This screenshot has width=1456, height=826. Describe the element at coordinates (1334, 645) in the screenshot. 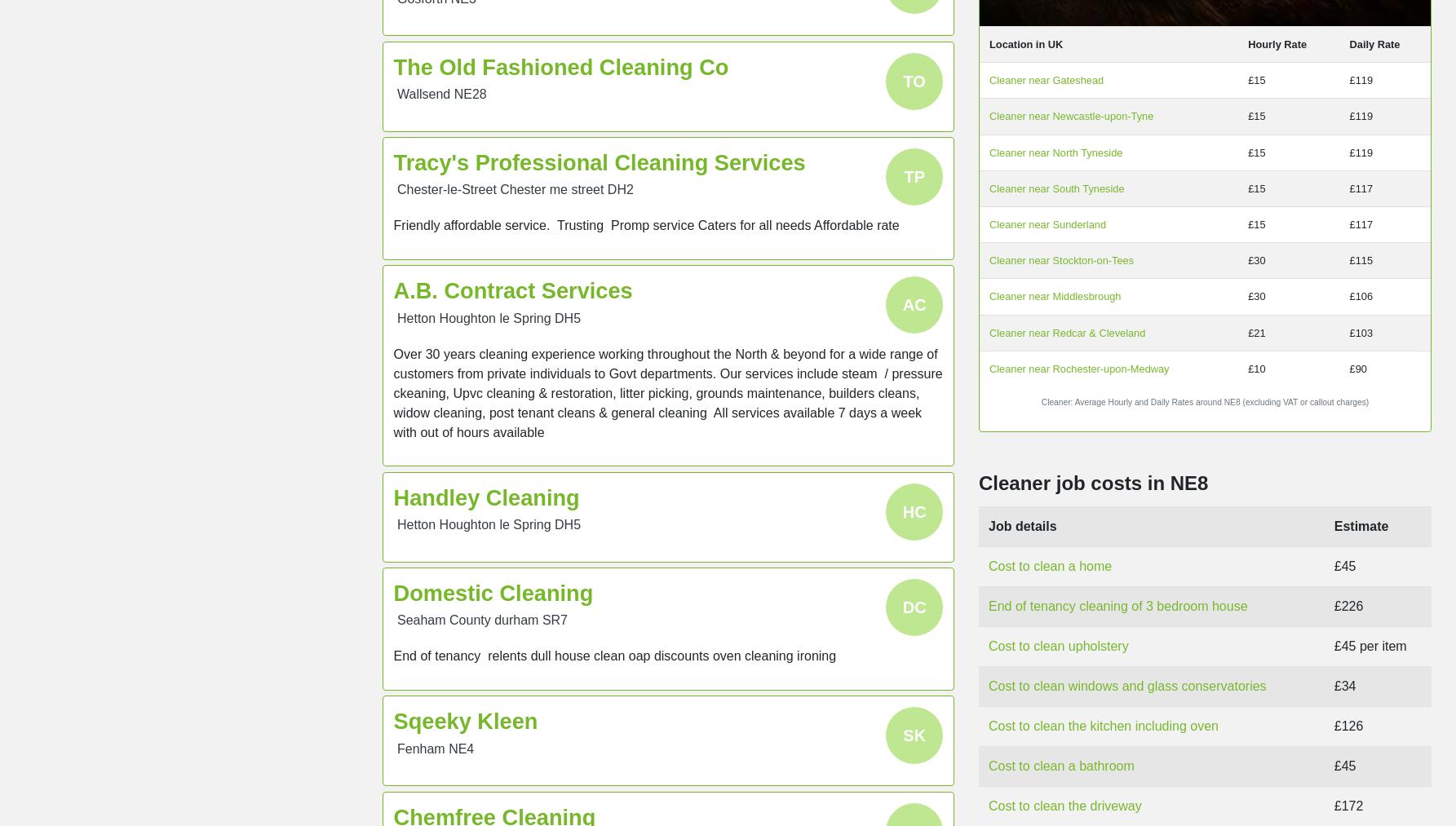

I see `'£45 per item'` at that location.